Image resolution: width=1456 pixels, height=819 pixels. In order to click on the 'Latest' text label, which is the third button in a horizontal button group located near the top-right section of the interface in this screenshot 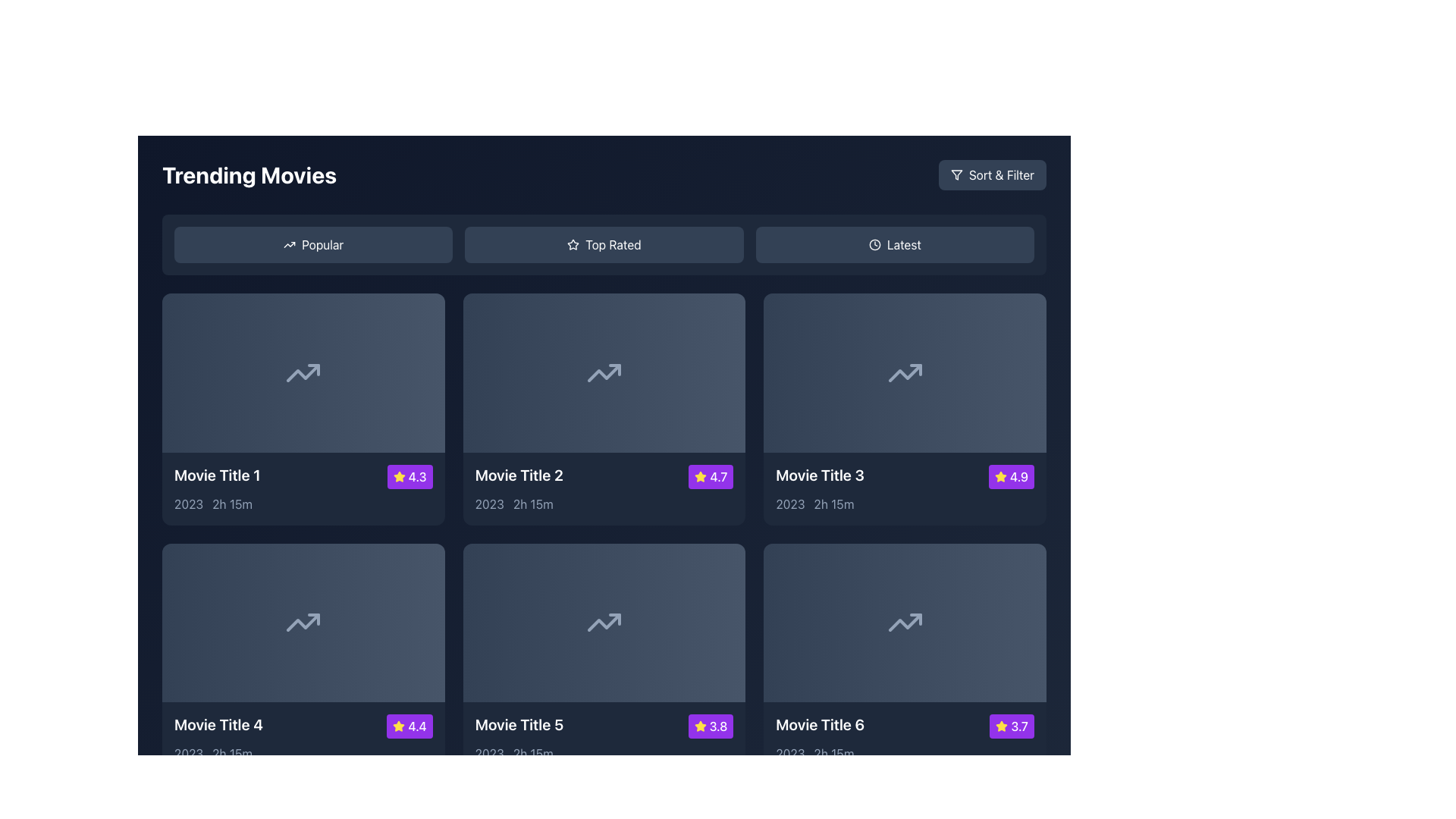, I will do `click(903, 244)`.